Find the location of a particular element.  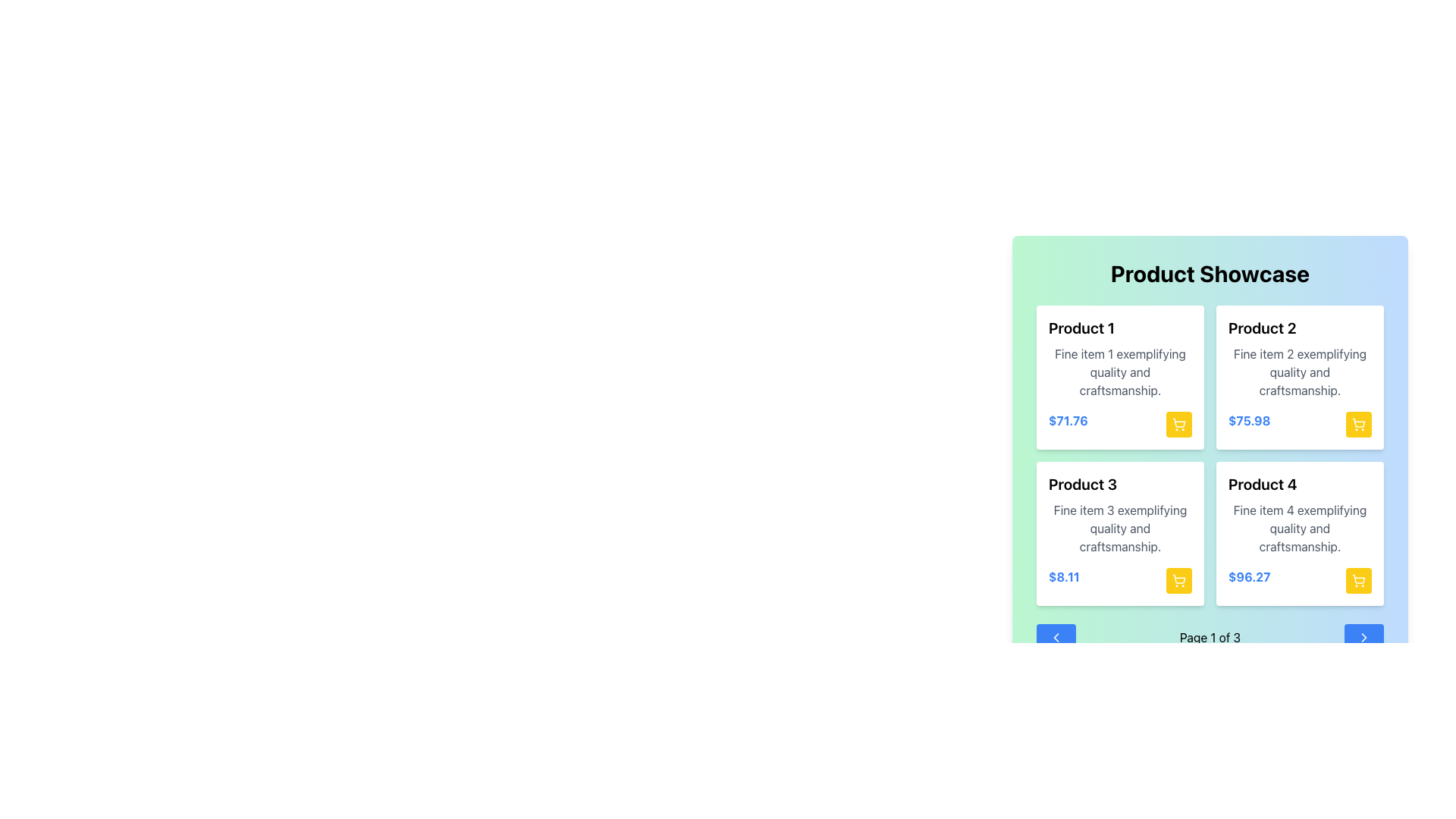

the static text label indicating the current page number and total number of pages at the bottom of the card layout is located at coordinates (1210, 637).